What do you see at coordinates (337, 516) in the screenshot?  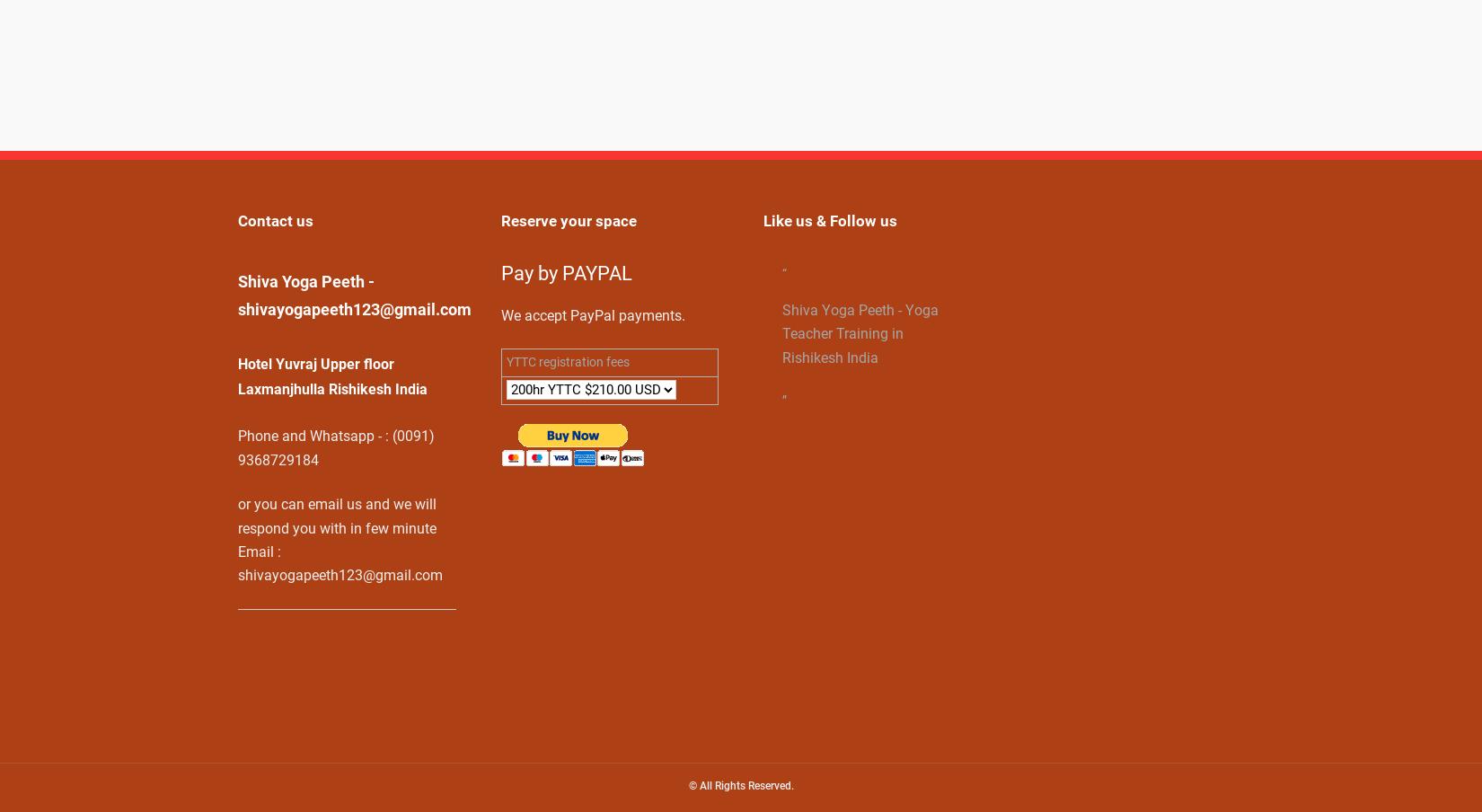 I see `'or you can email us and we will respond you with in few minute'` at bounding box center [337, 516].